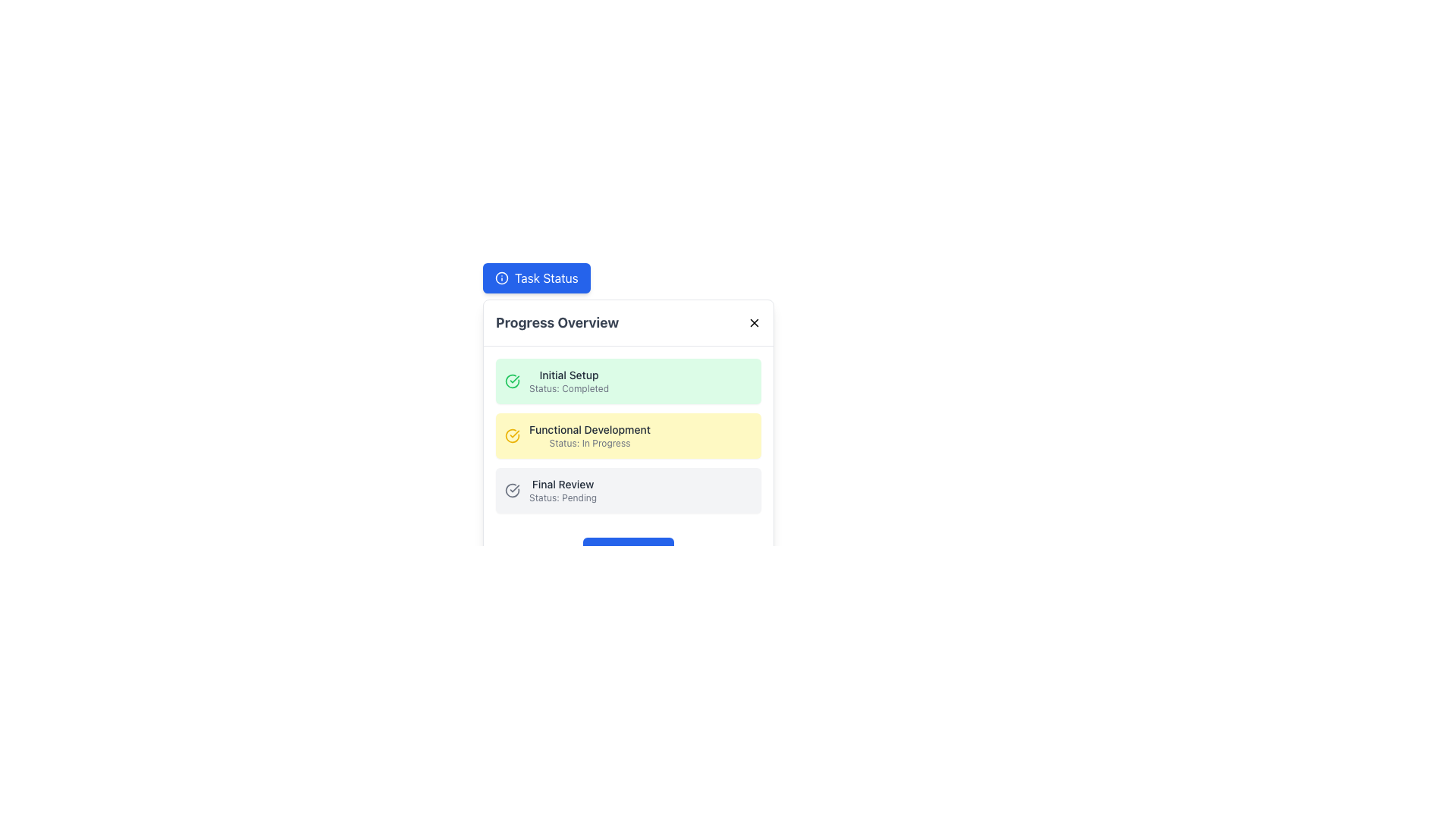  What do you see at coordinates (557, 322) in the screenshot?
I see `the text label displaying 'Progress Overview' which is styled with a bold, large font and gray color (#4A4A4A) in the header section of a card-styled component` at bounding box center [557, 322].